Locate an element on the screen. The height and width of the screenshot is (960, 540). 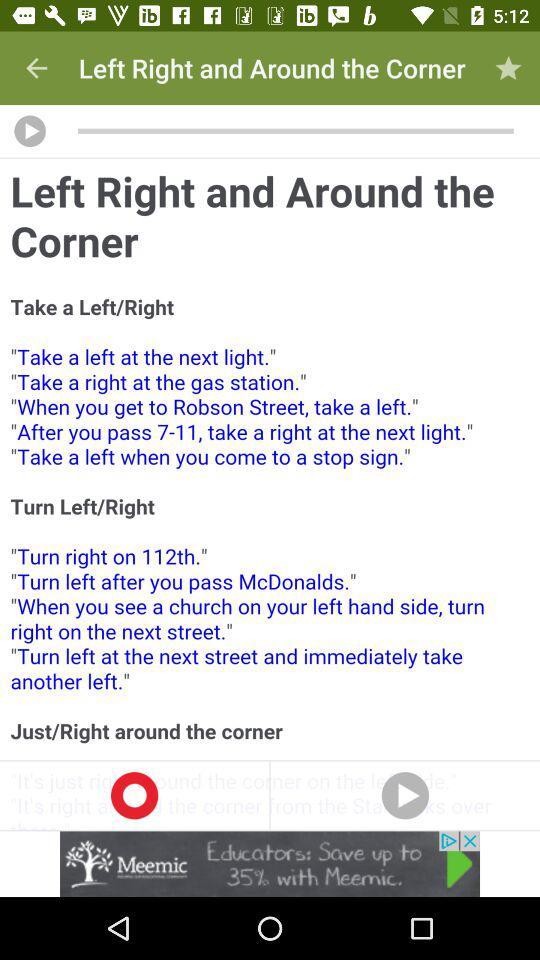
the audio is located at coordinates (29, 130).